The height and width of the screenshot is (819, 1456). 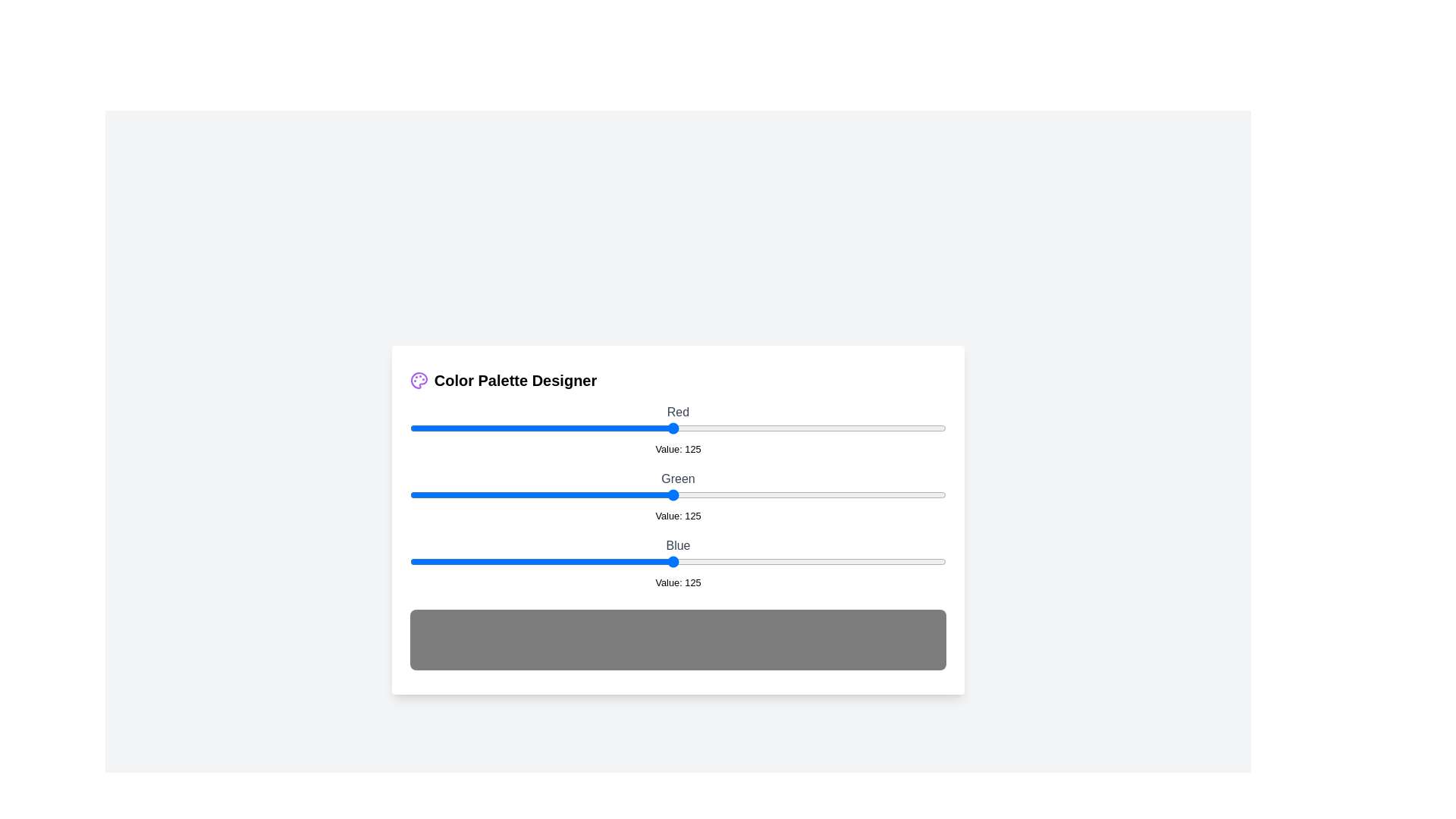 I want to click on the 0 slider to 245, so click(x=924, y=428).